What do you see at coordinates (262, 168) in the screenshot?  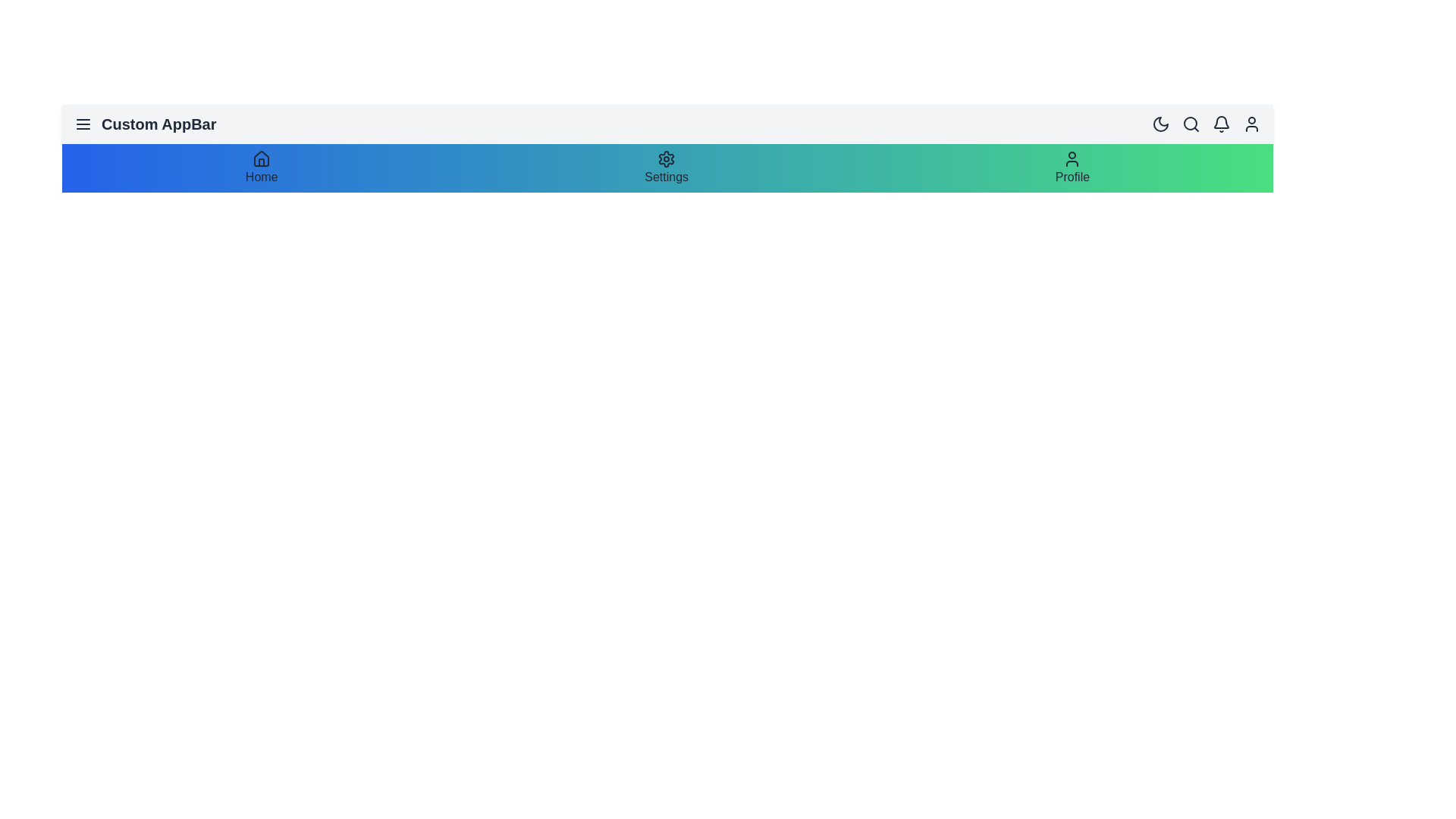 I see `the Home button in the navigation bar` at bounding box center [262, 168].